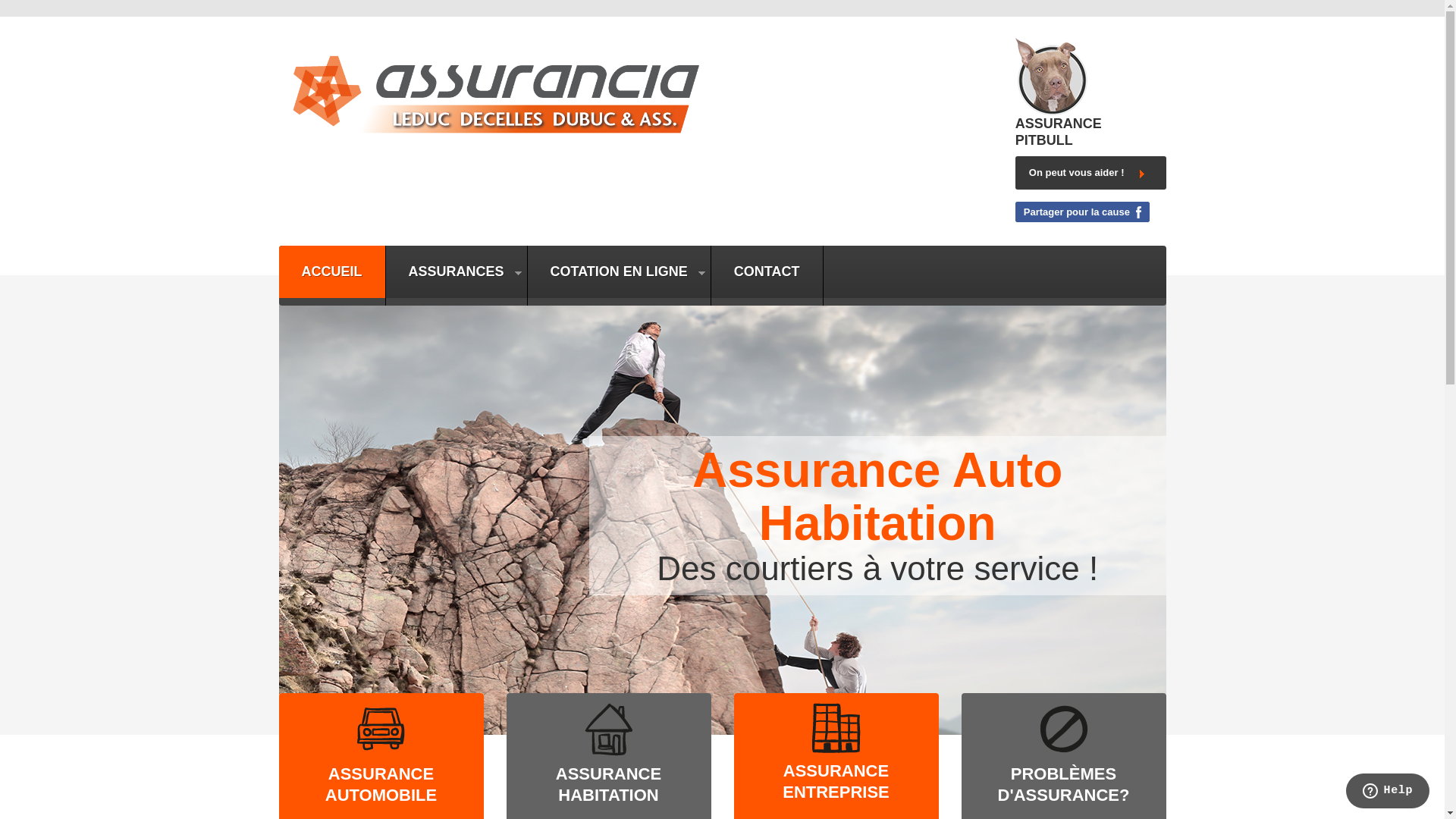 This screenshot has height=819, width=1456. Describe the element at coordinates (279, 271) in the screenshot. I see `'ACCUEIL'` at that location.